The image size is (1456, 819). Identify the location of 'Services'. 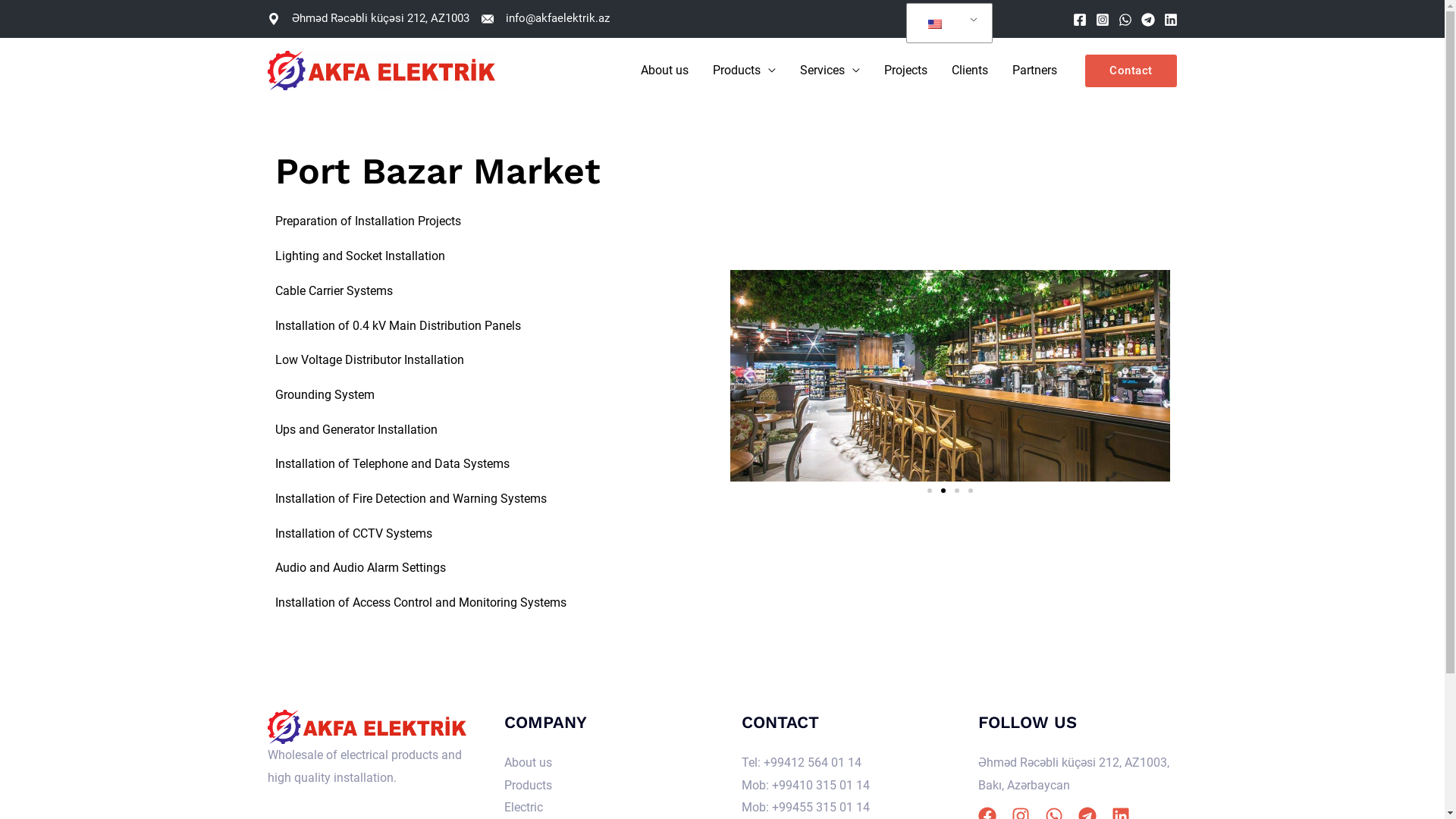
(787, 70).